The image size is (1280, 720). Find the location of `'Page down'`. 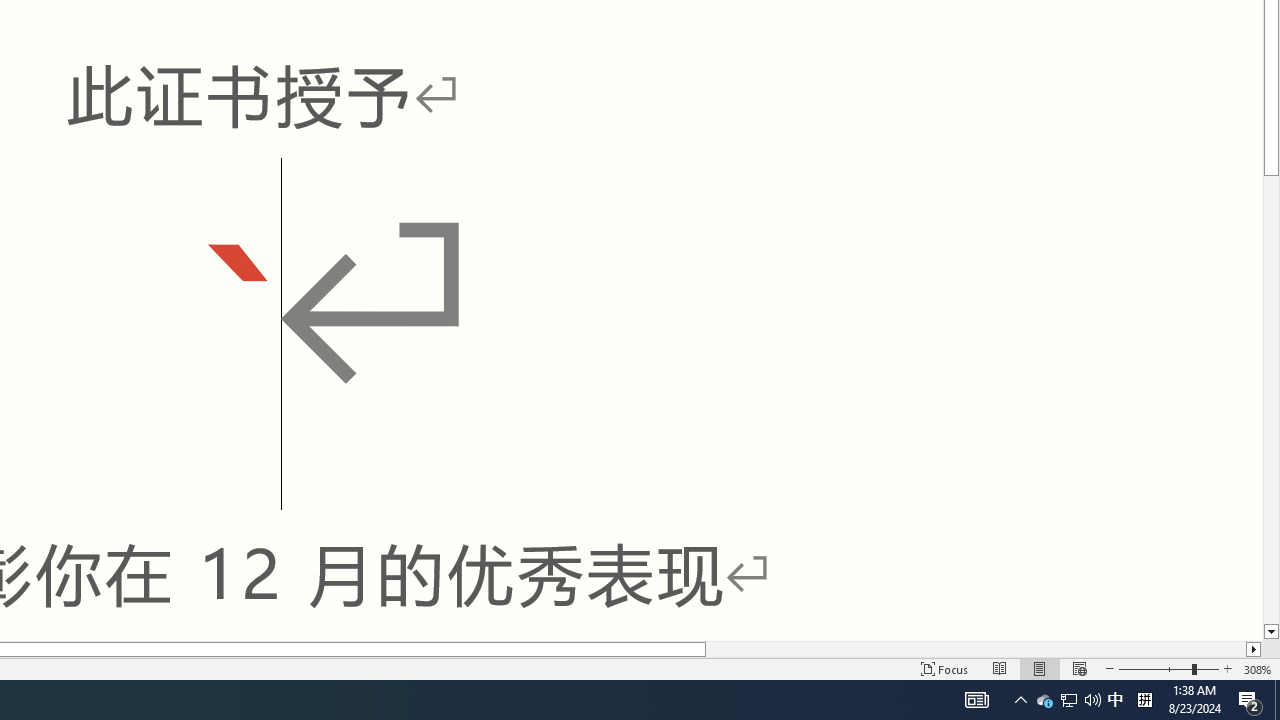

'Page down' is located at coordinates (1270, 399).